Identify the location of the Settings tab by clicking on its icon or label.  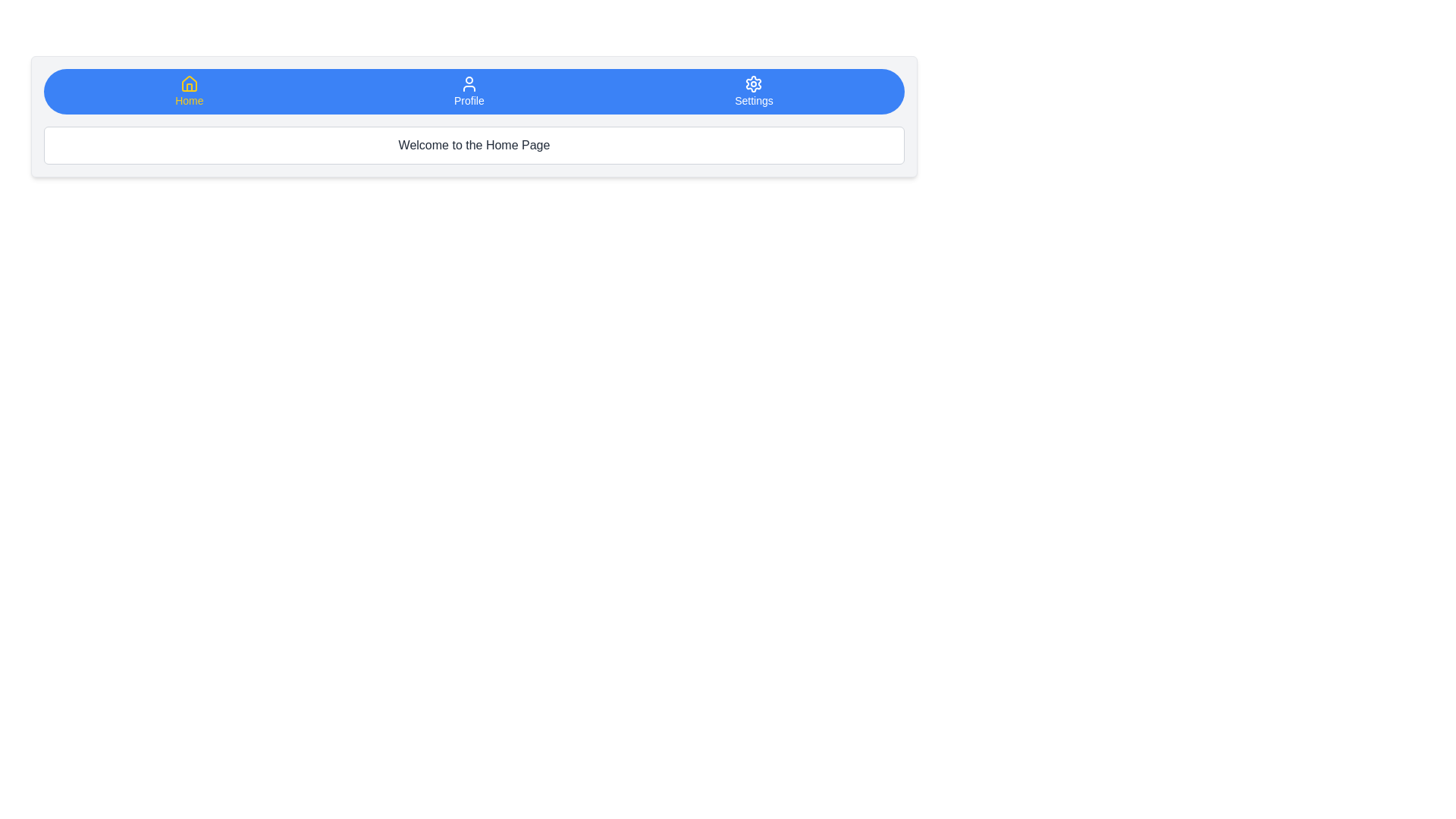
(753, 91).